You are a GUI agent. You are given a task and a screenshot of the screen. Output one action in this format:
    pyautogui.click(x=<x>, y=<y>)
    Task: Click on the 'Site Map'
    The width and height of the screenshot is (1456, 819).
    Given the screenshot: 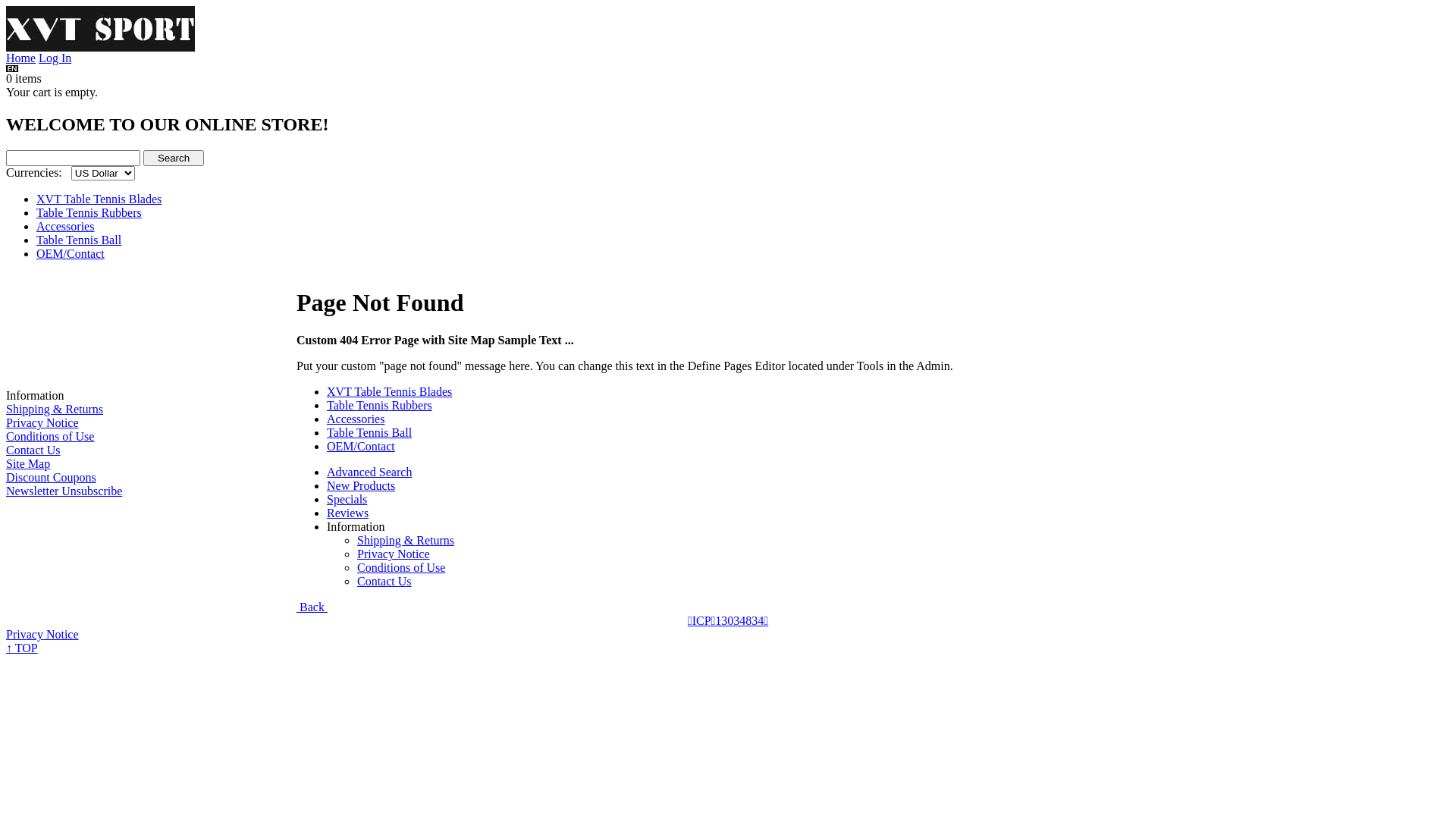 What is the action you would take?
    pyautogui.click(x=28, y=463)
    